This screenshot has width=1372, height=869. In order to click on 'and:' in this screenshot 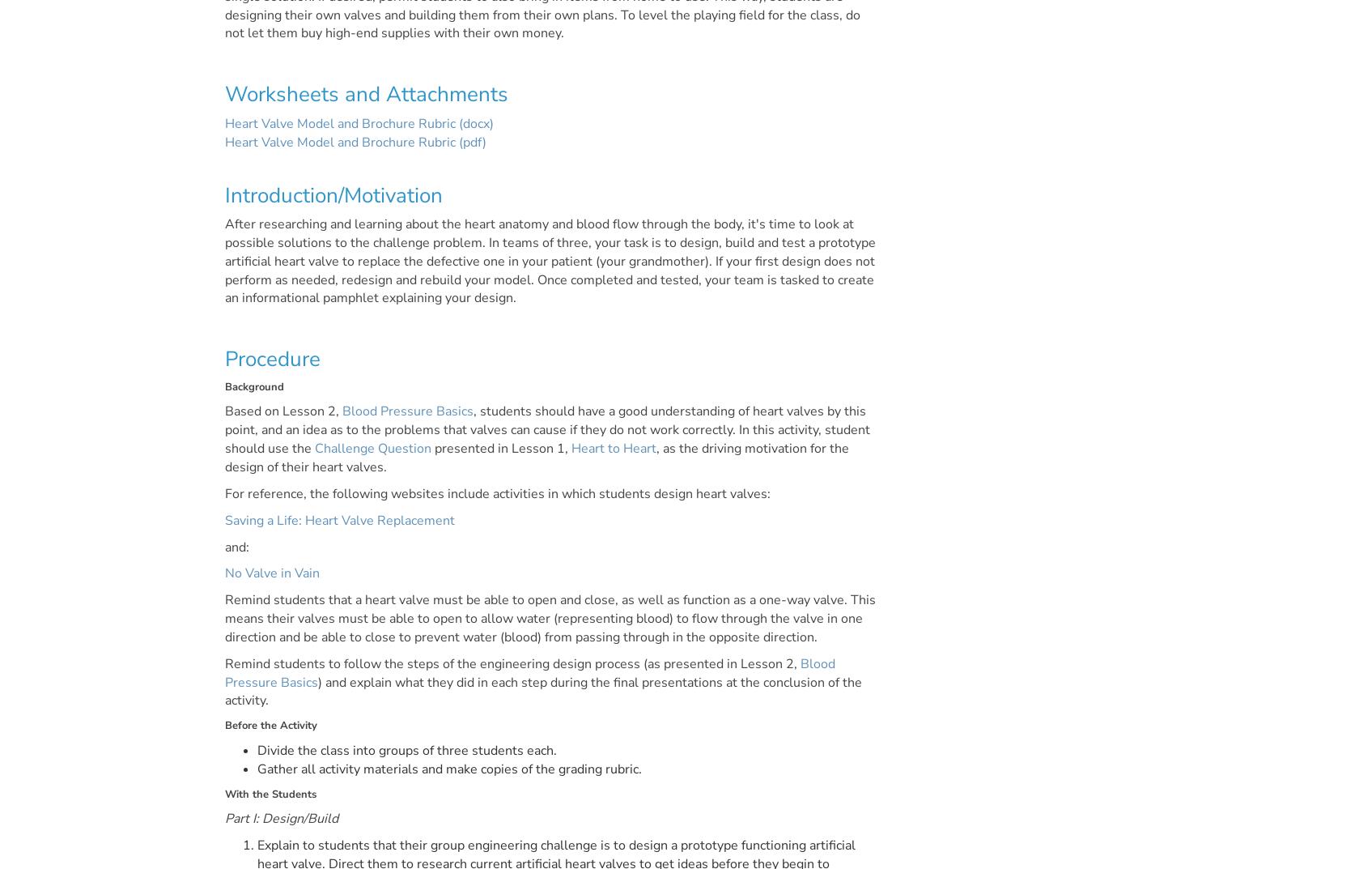, I will do `click(236, 547)`.